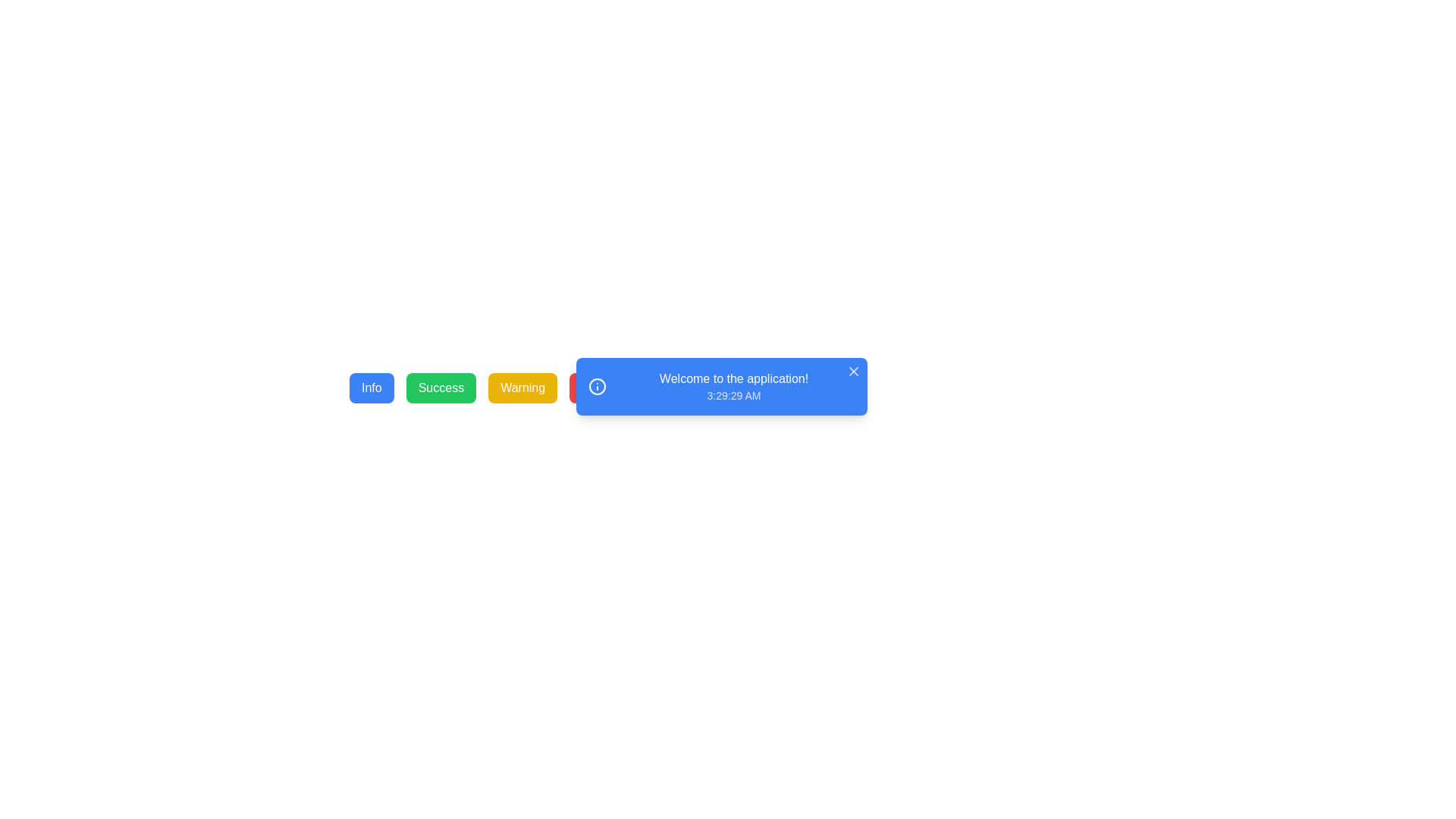 This screenshot has width=1456, height=819. I want to click on the warning button, which is the third button from the left in a horizontal group of buttons, positioned between the 'Success' and 'Error' buttons, so click(522, 388).